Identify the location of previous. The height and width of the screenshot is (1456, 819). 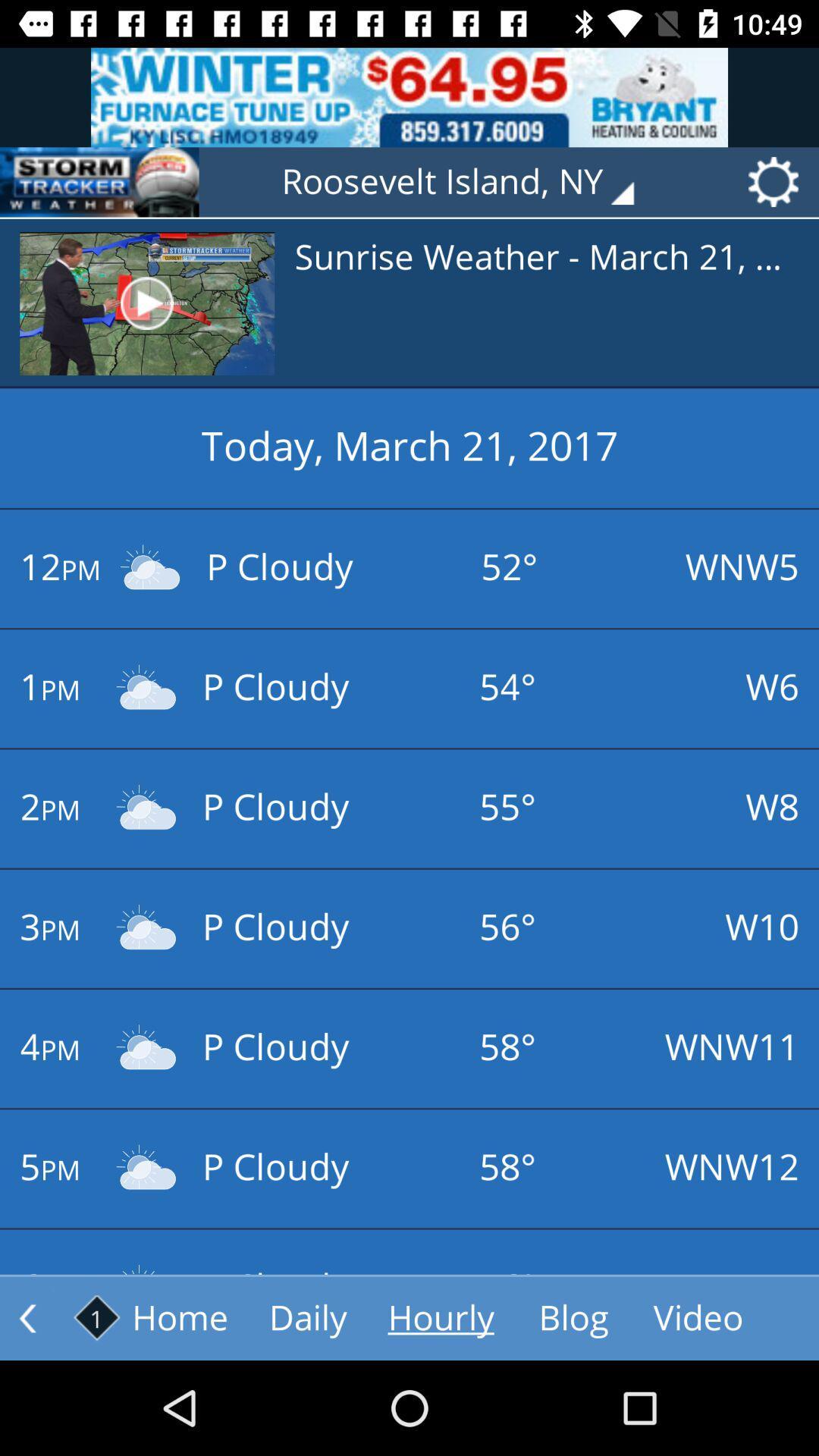
(27, 1317).